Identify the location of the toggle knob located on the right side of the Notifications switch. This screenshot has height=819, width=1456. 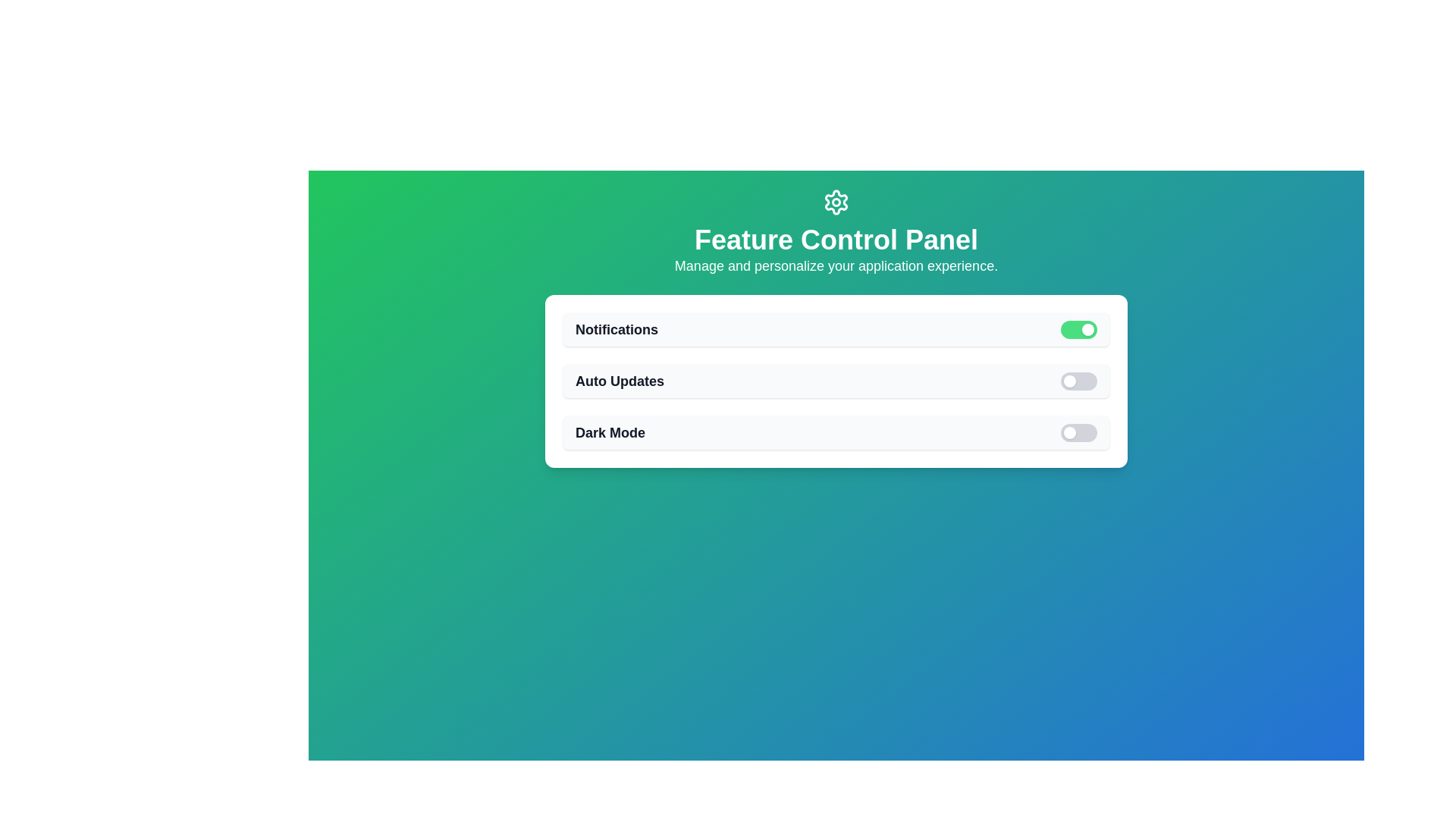
(1087, 329).